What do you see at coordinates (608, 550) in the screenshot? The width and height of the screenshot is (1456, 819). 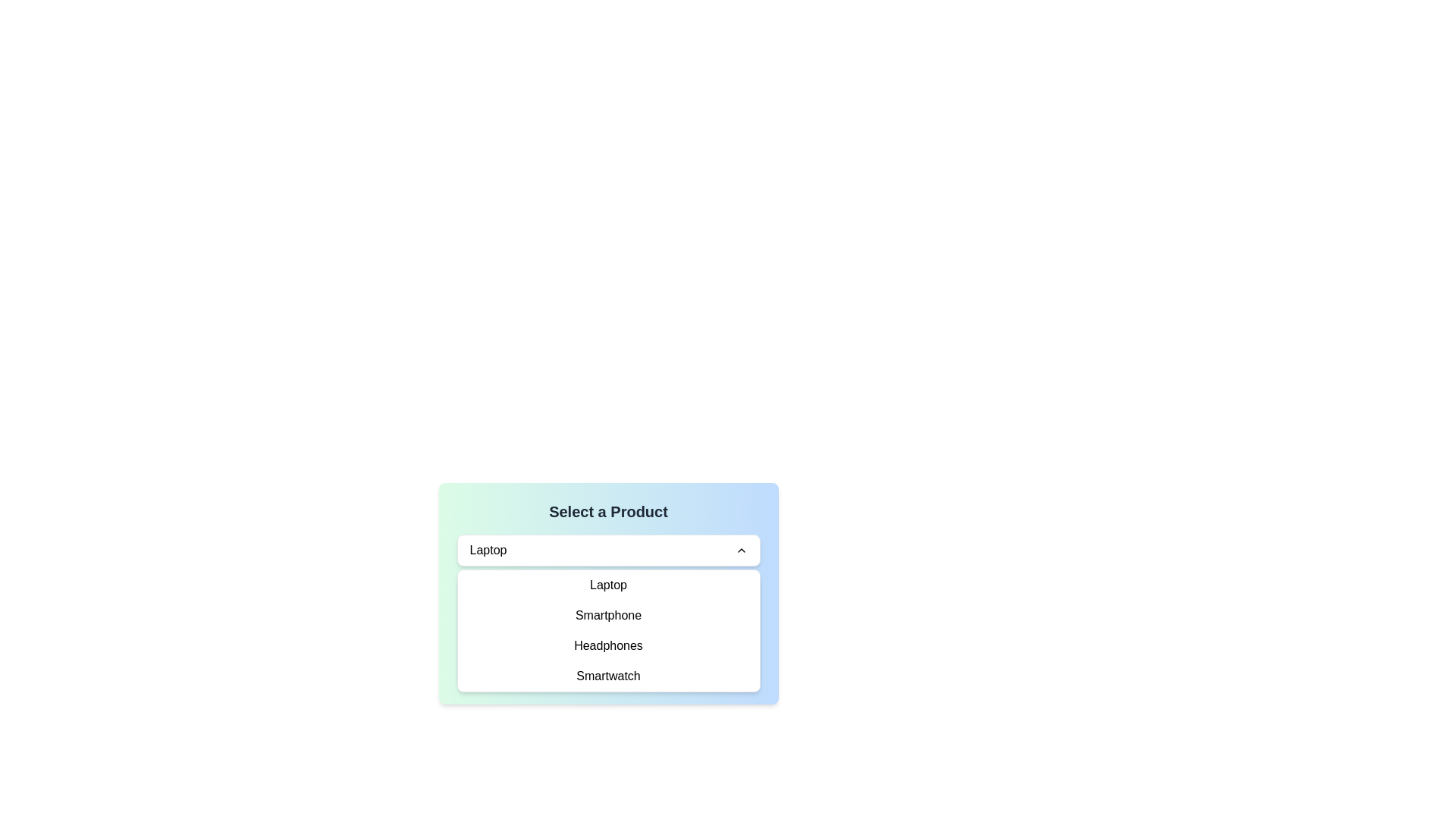 I see `the primary dropdown menu located horizontally centered at the top of the 'Select a Product' interface` at bounding box center [608, 550].